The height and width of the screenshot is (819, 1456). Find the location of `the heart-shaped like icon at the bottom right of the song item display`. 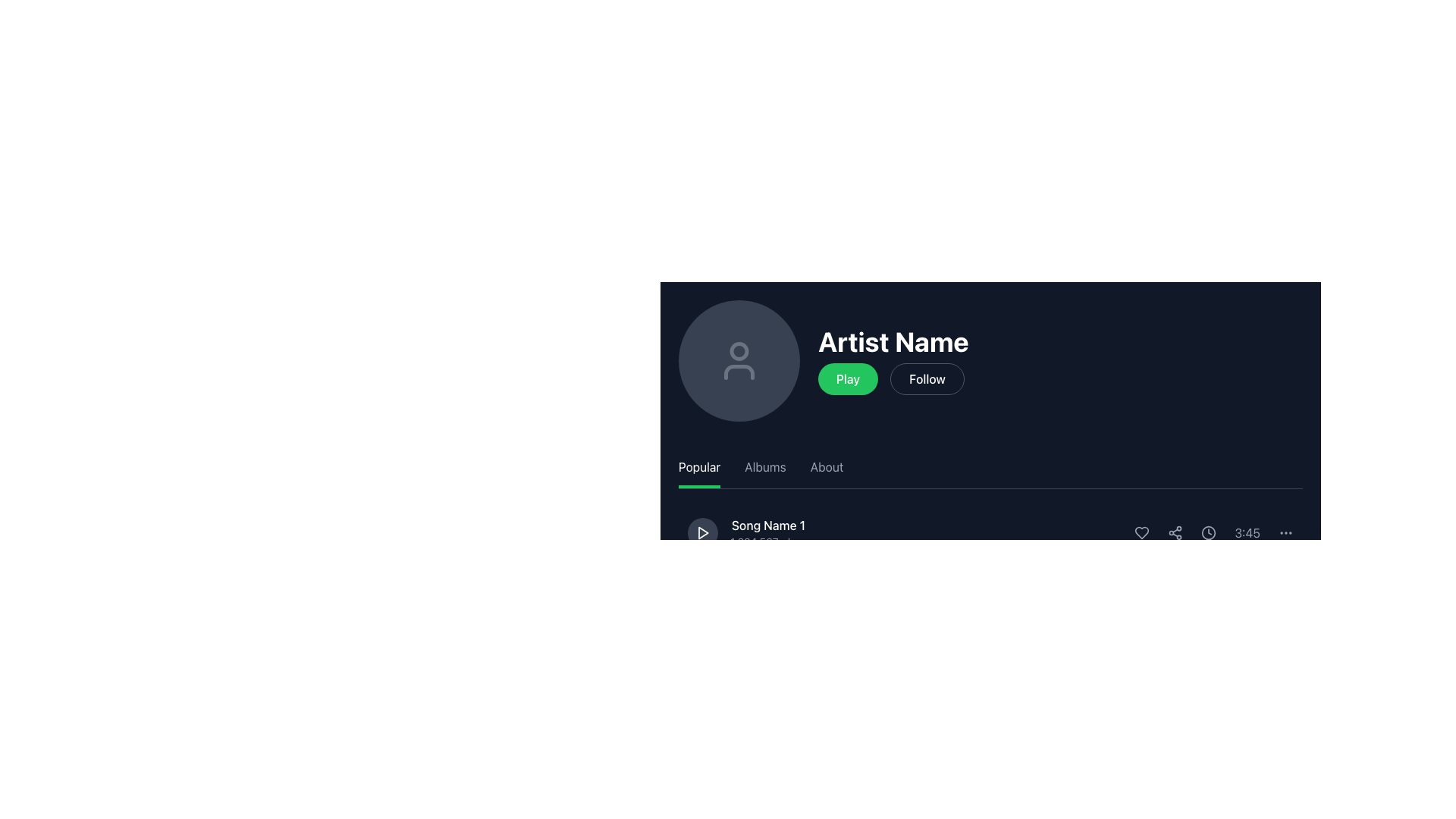

the heart-shaped like icon at the bottom right of the song item display is located at coordinates (1142, 532).